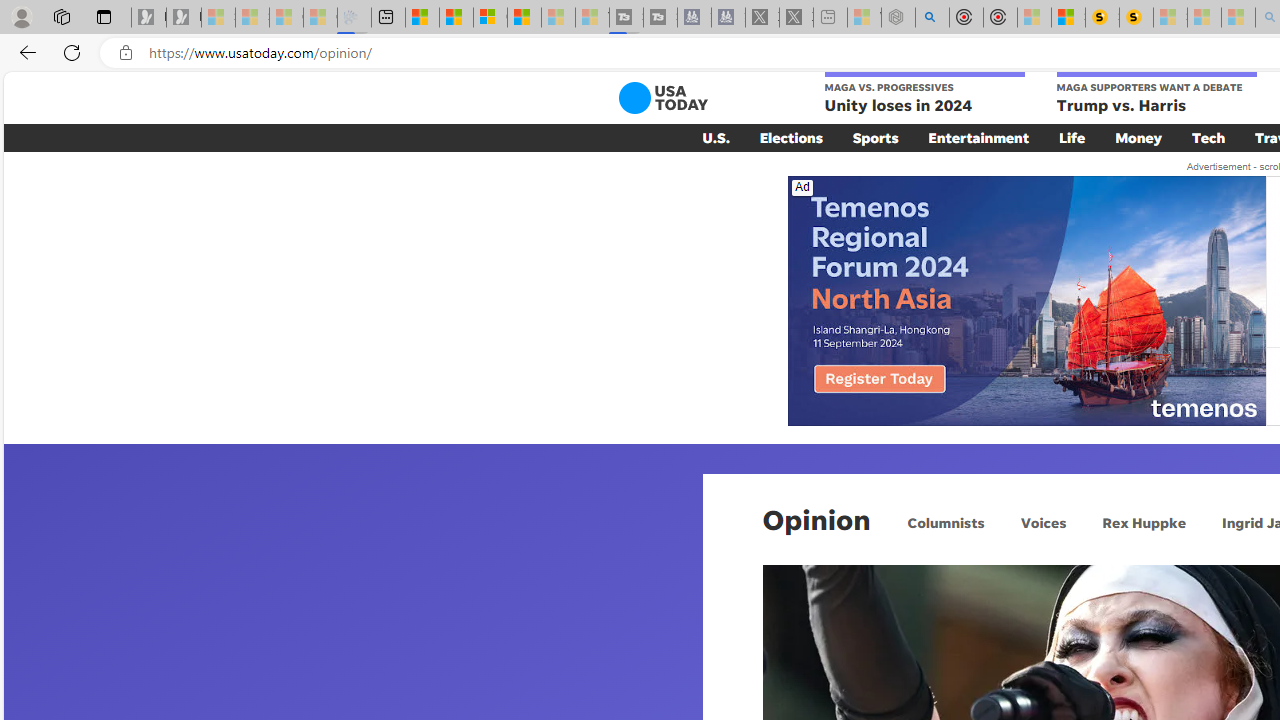  Describe the element at coordinates (1026, 300) in the screenshot. I see `'Class: ns-dqusr-e-4'` at that location.